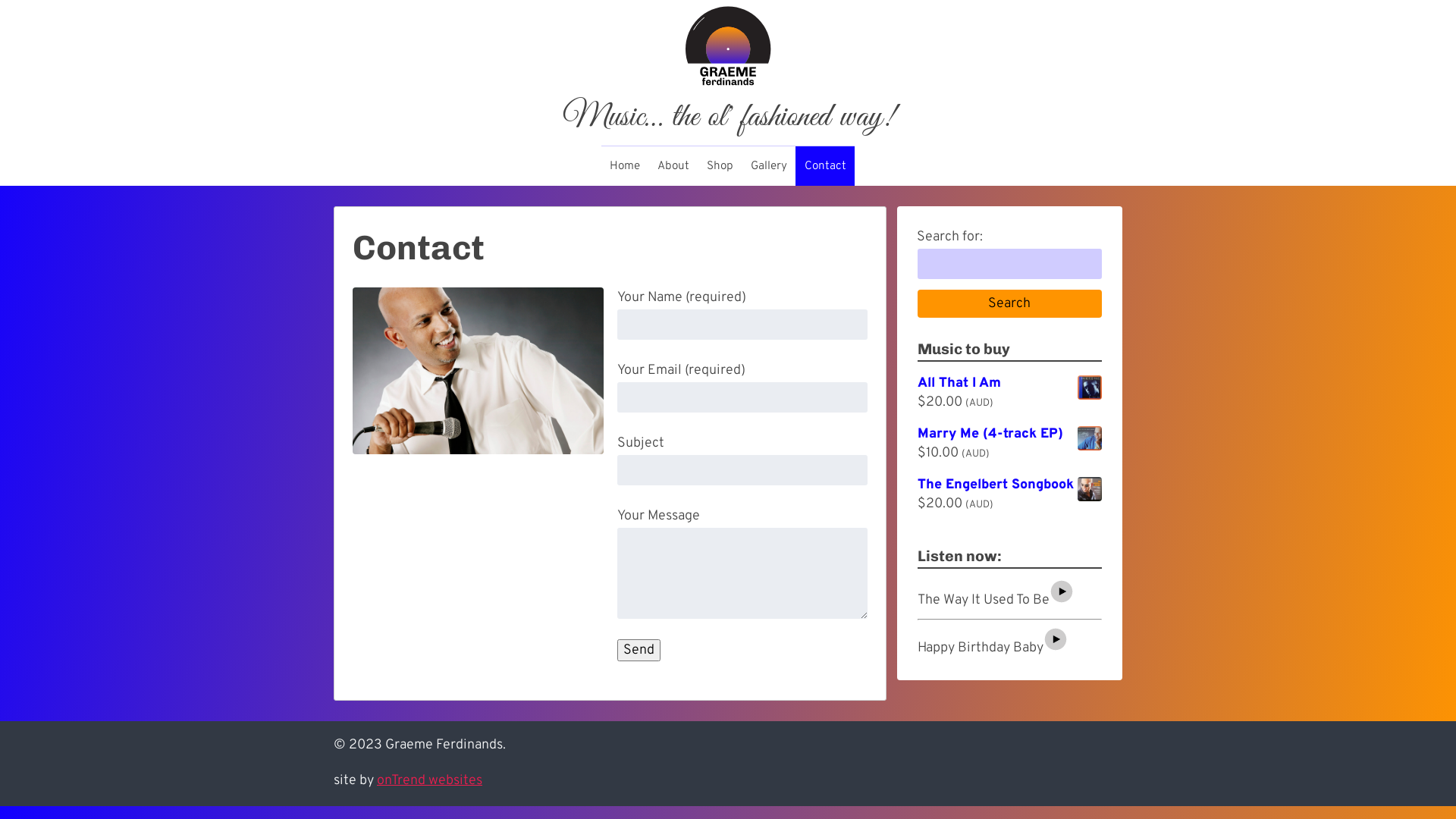  What do you see at coordinates (698, 166) in the screenshot?
I see `'Shop'` at bounding box center [698, 166].